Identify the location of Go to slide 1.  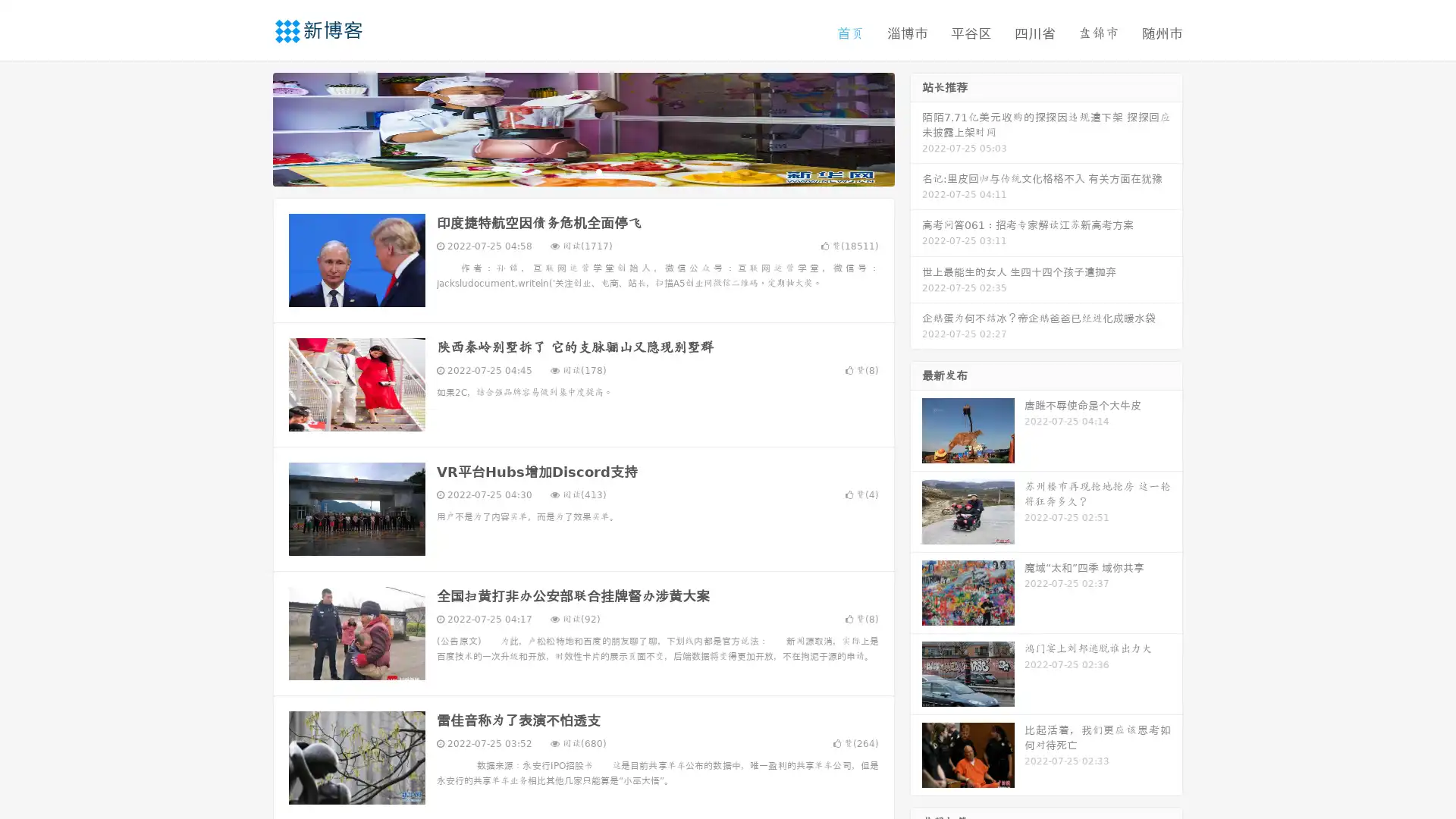
(567, 171).